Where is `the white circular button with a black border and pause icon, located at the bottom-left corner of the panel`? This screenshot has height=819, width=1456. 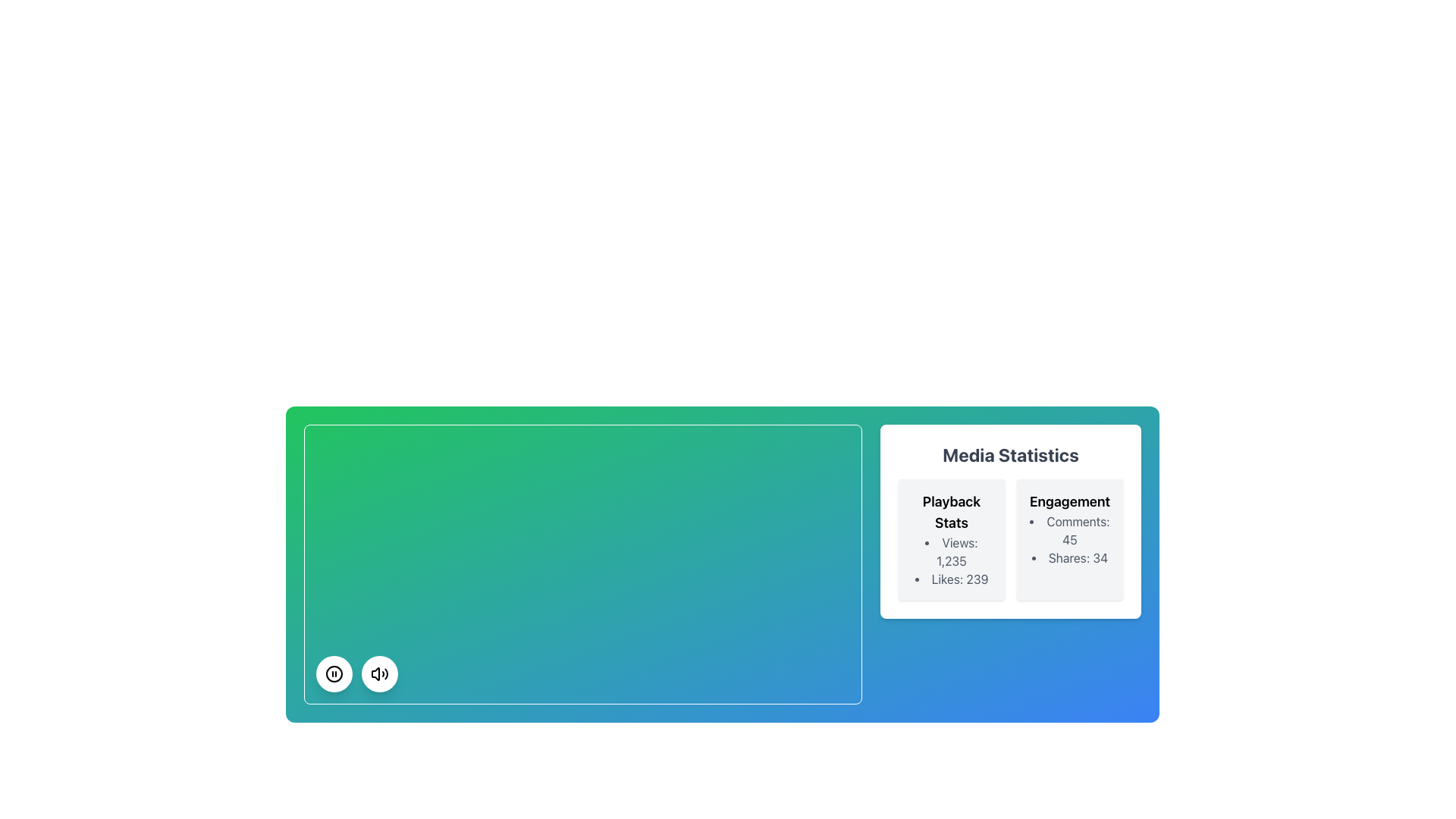 the white circular button with a black border and pause icon, located at the bottom-left corner of the panel is located at coordinates (334, 673).